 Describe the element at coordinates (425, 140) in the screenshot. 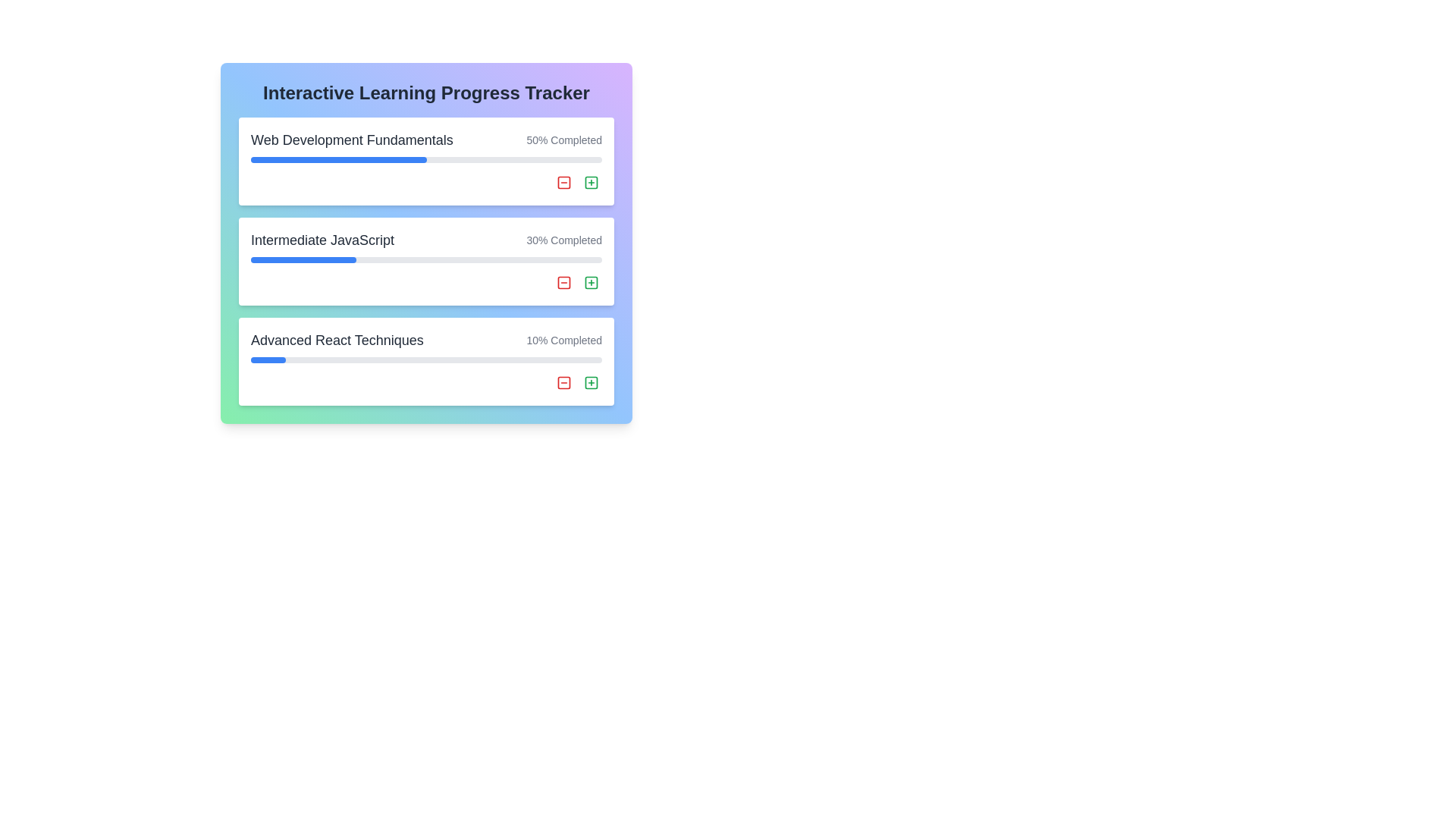

I see `the 'Web Development Fundamentals' text display with progress indicator` at that location.